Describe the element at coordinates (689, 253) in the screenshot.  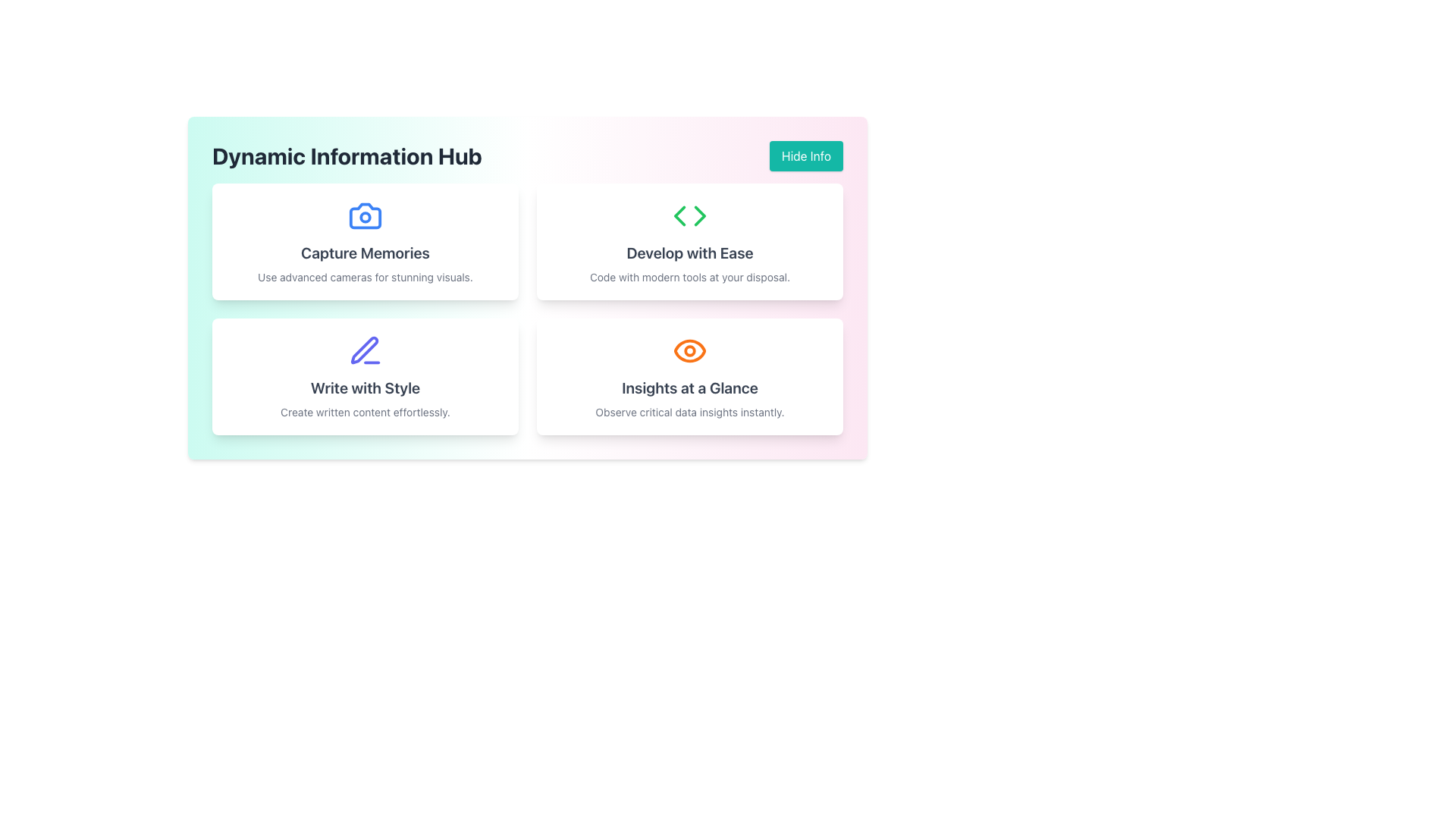
I see `text label located in the top-right card of the grid, which serves as a title or heading summarizing its purpose or theme` at that location.